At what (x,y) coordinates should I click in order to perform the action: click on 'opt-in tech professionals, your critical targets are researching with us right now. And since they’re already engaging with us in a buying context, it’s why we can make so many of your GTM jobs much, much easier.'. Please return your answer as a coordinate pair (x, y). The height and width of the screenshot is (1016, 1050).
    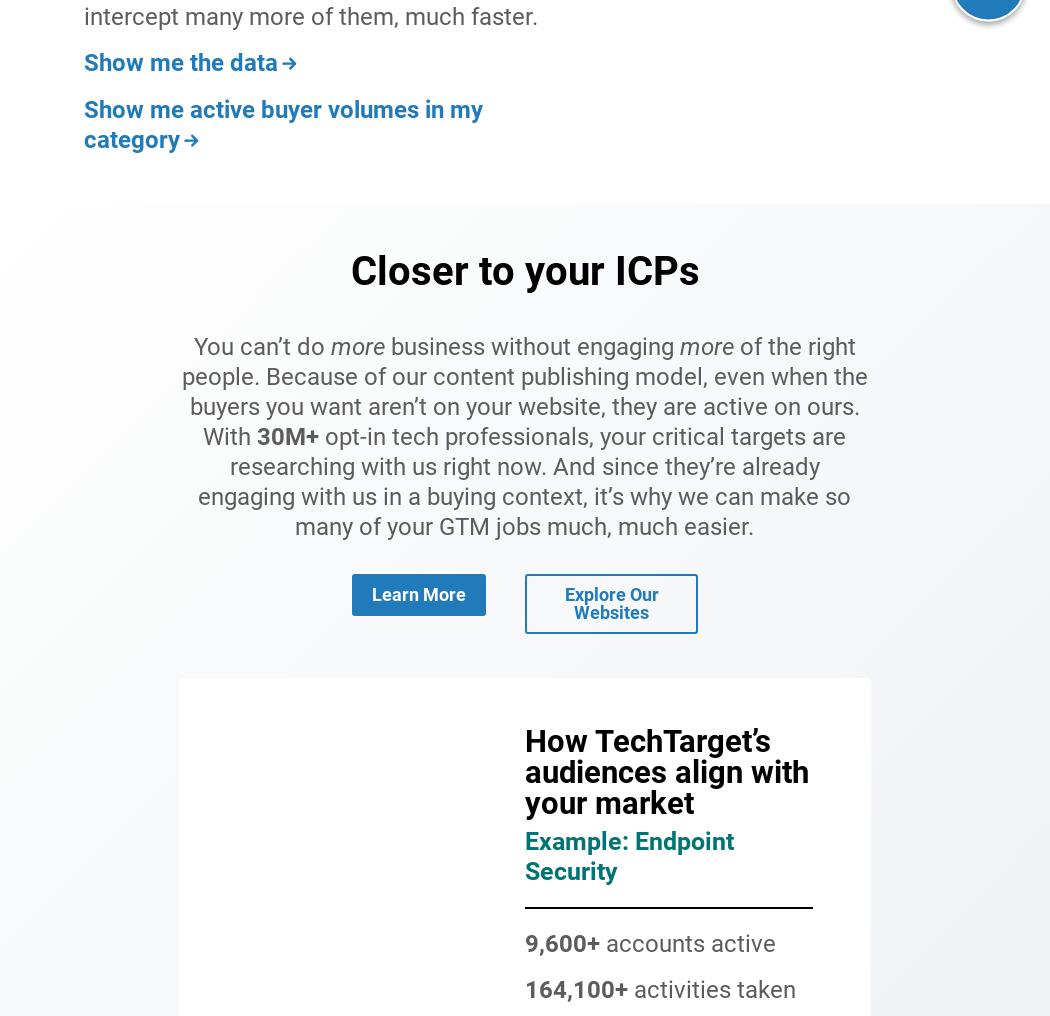
    Looking at the image, I should click on (523, 480).